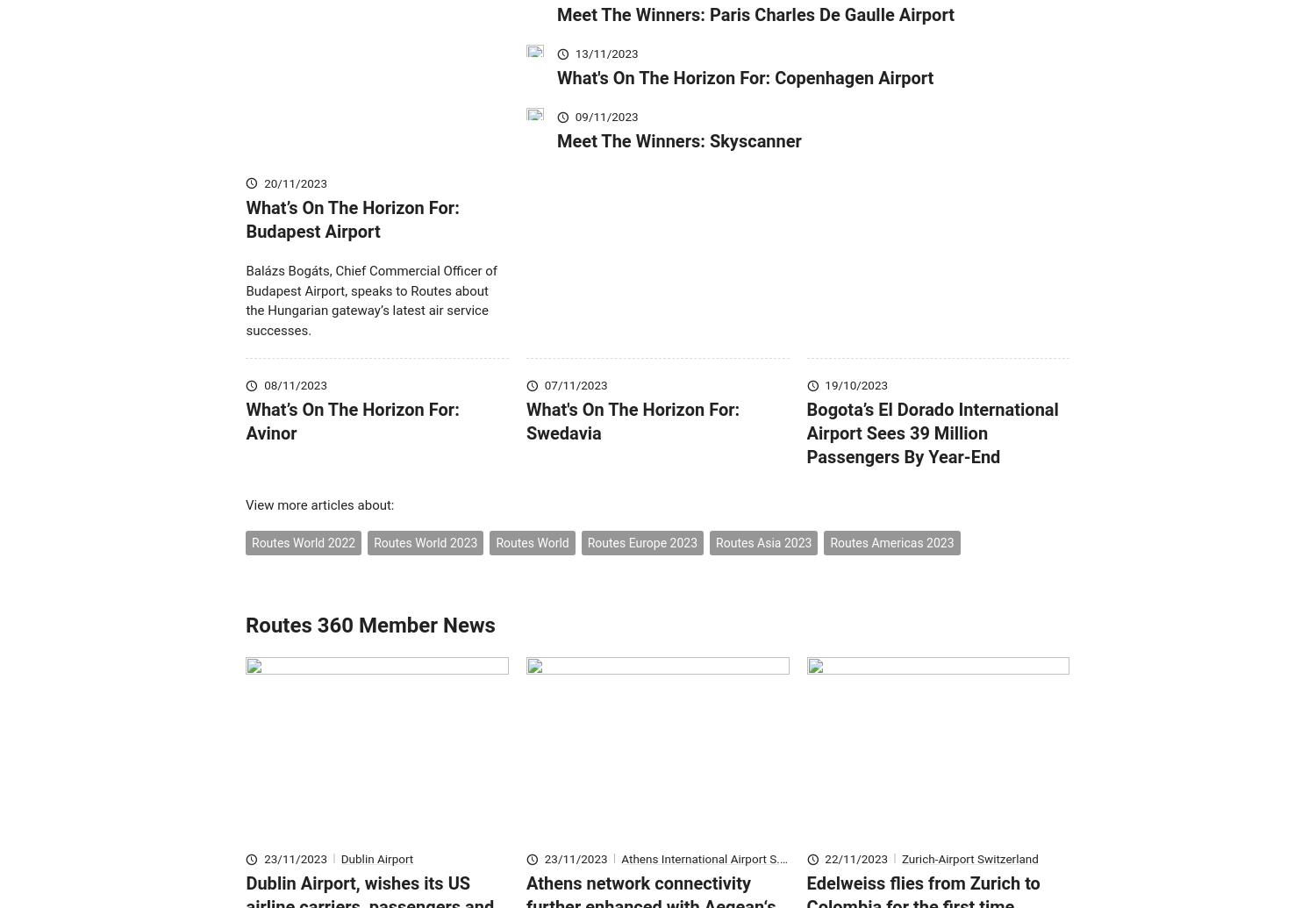 Image resolution: width=1316 pixels, height=908 pixels. I want to click on 'Routes 360 Member News', so click(369, 649).